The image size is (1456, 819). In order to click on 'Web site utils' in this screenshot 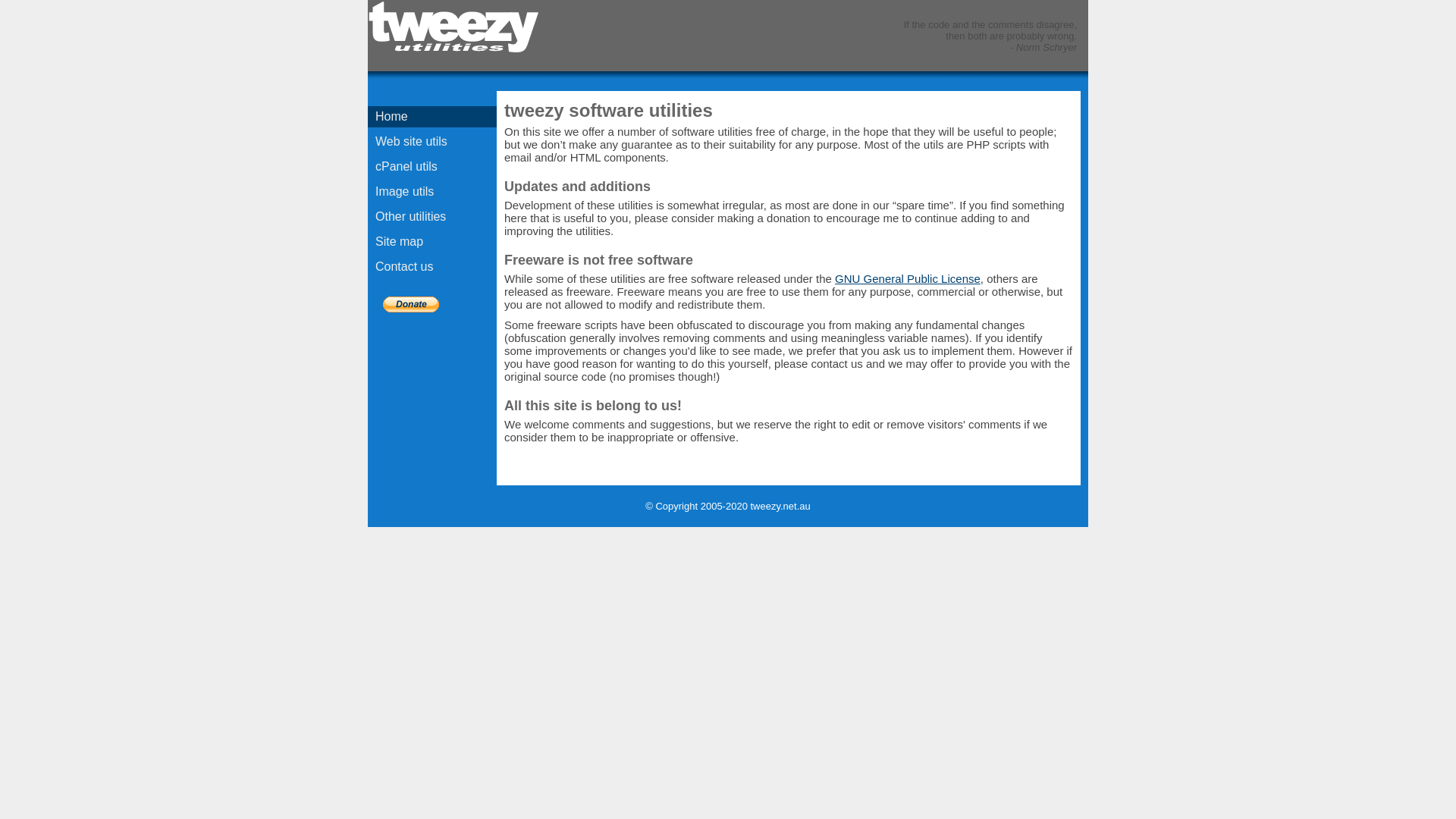, I will do `click(431, 141)`.